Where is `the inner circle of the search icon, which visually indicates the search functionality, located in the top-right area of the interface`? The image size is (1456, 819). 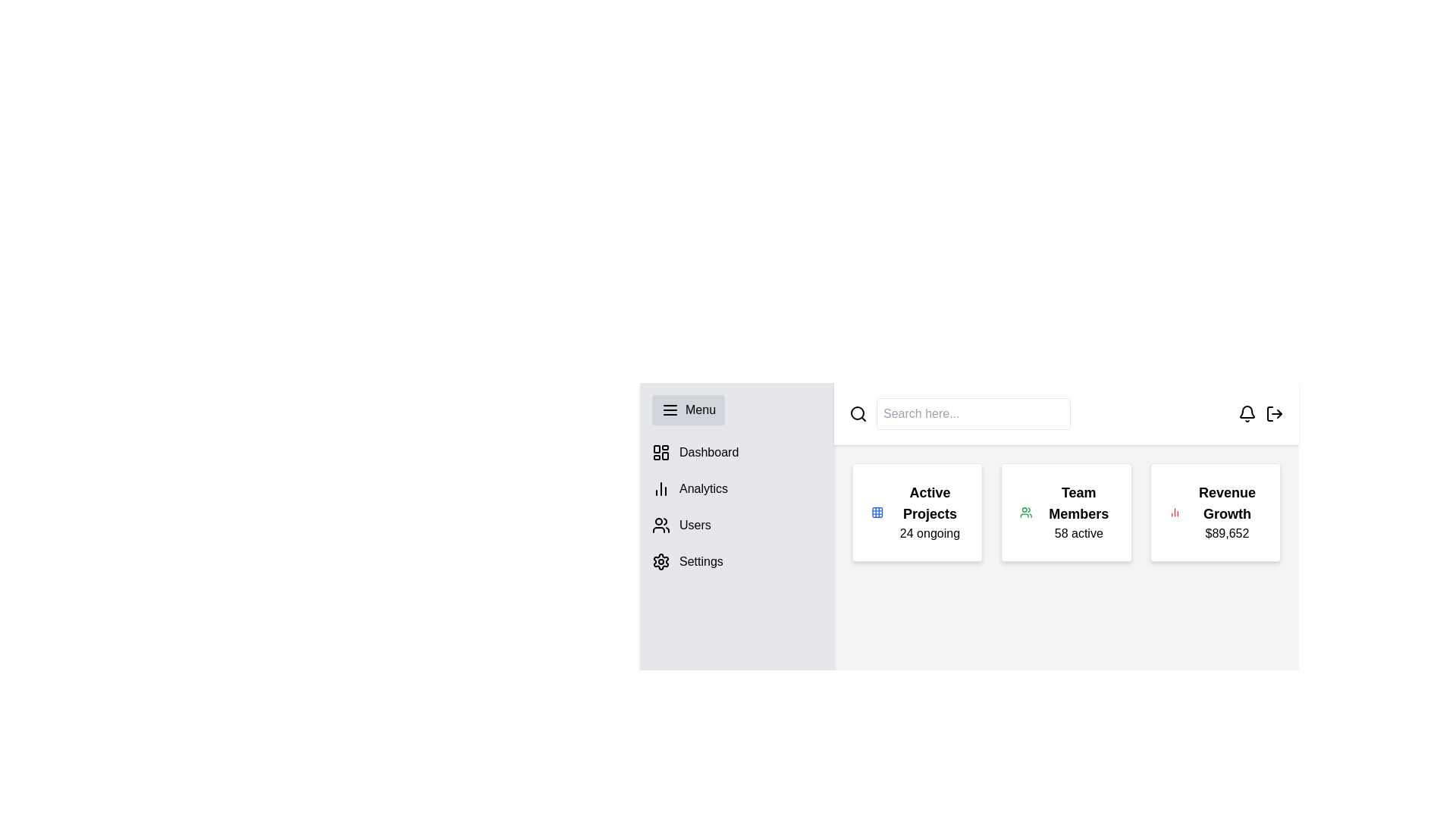
the inner circle of the search icon, which visually indicates the search functionality, located in the top-right area of the interface is located at coordinates (858, 413).